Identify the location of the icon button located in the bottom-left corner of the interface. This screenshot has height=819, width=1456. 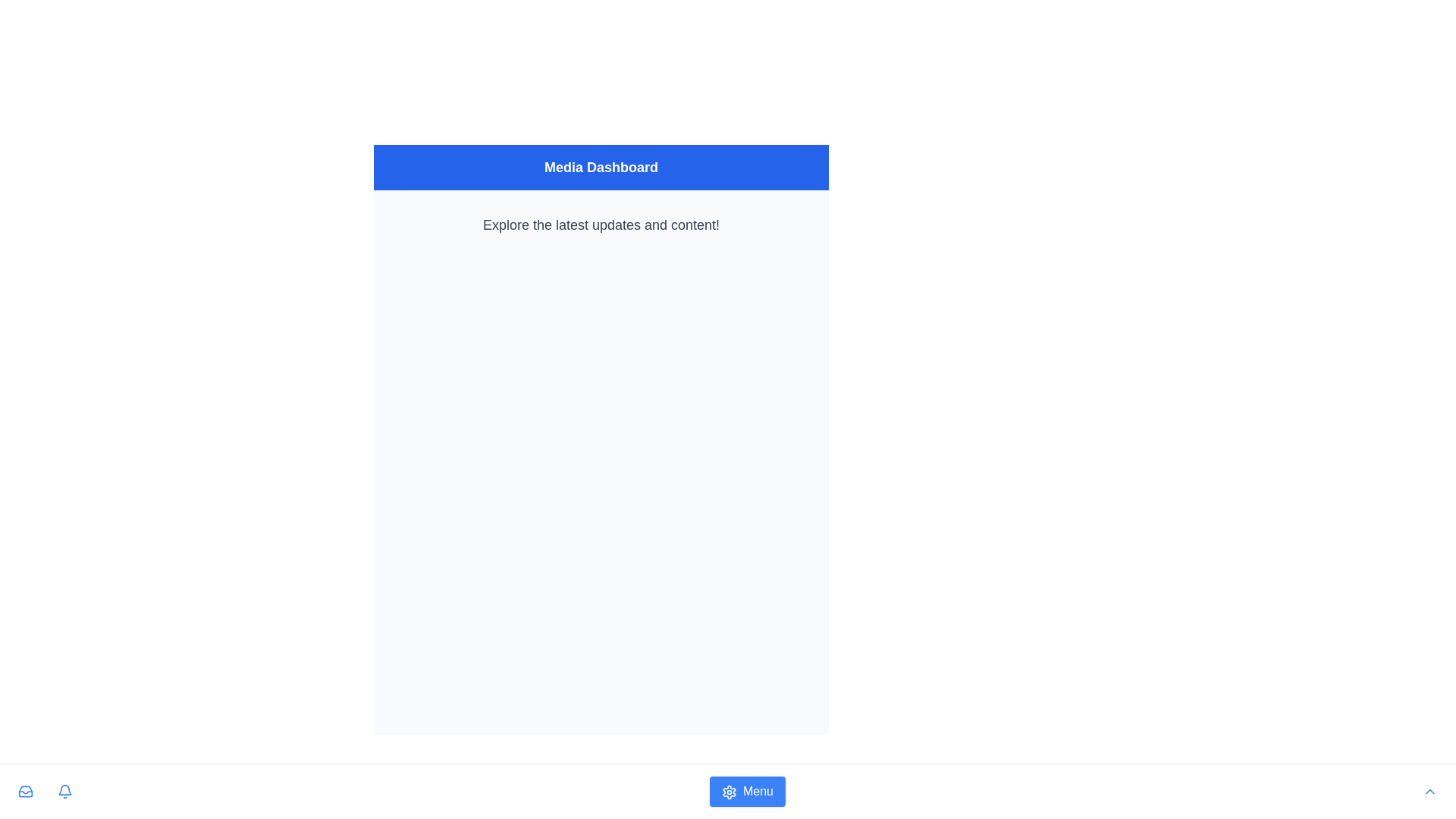
(25, 791).